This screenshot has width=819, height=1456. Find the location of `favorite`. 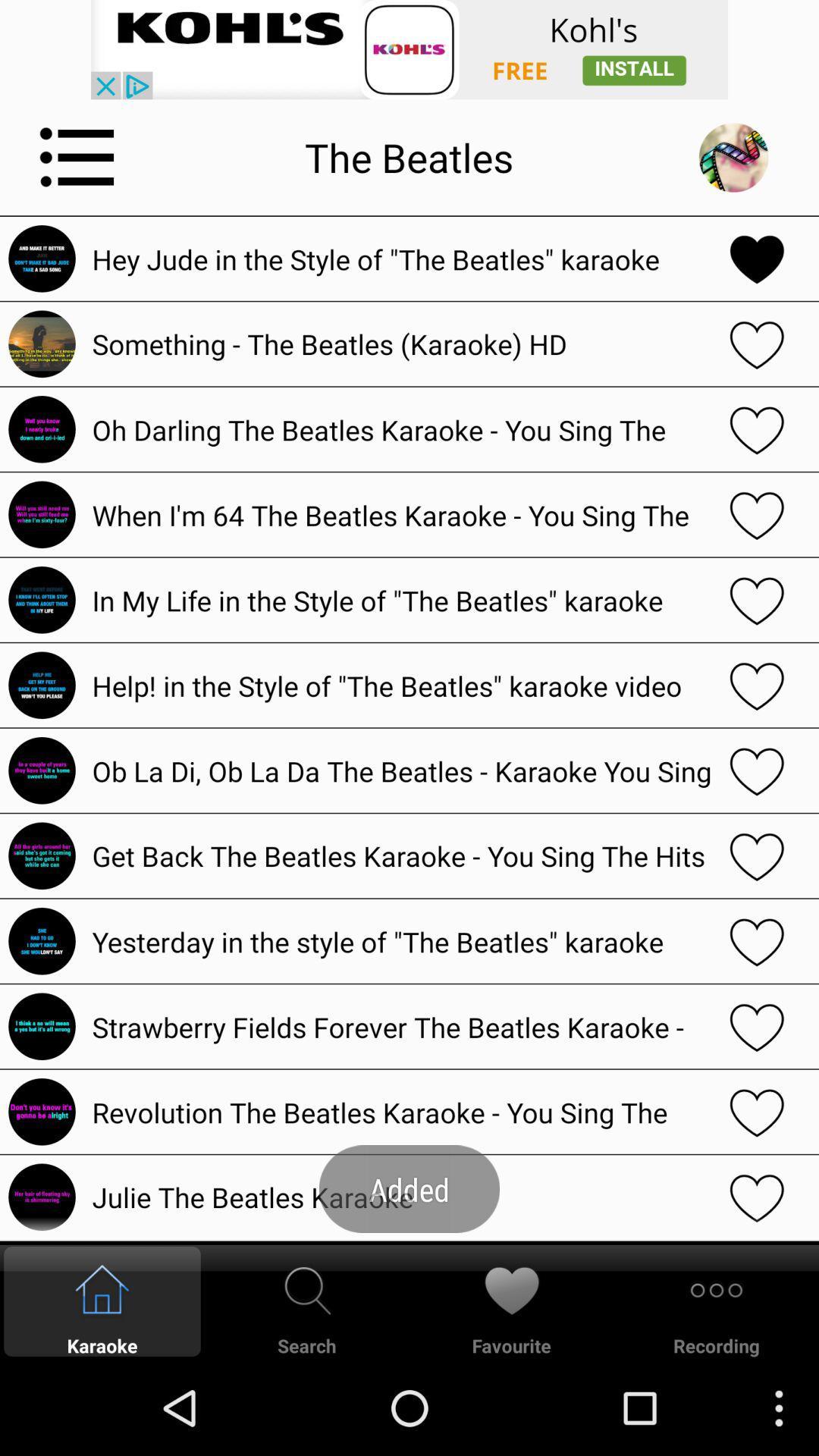

favorite is located at coordinates (757, 770).